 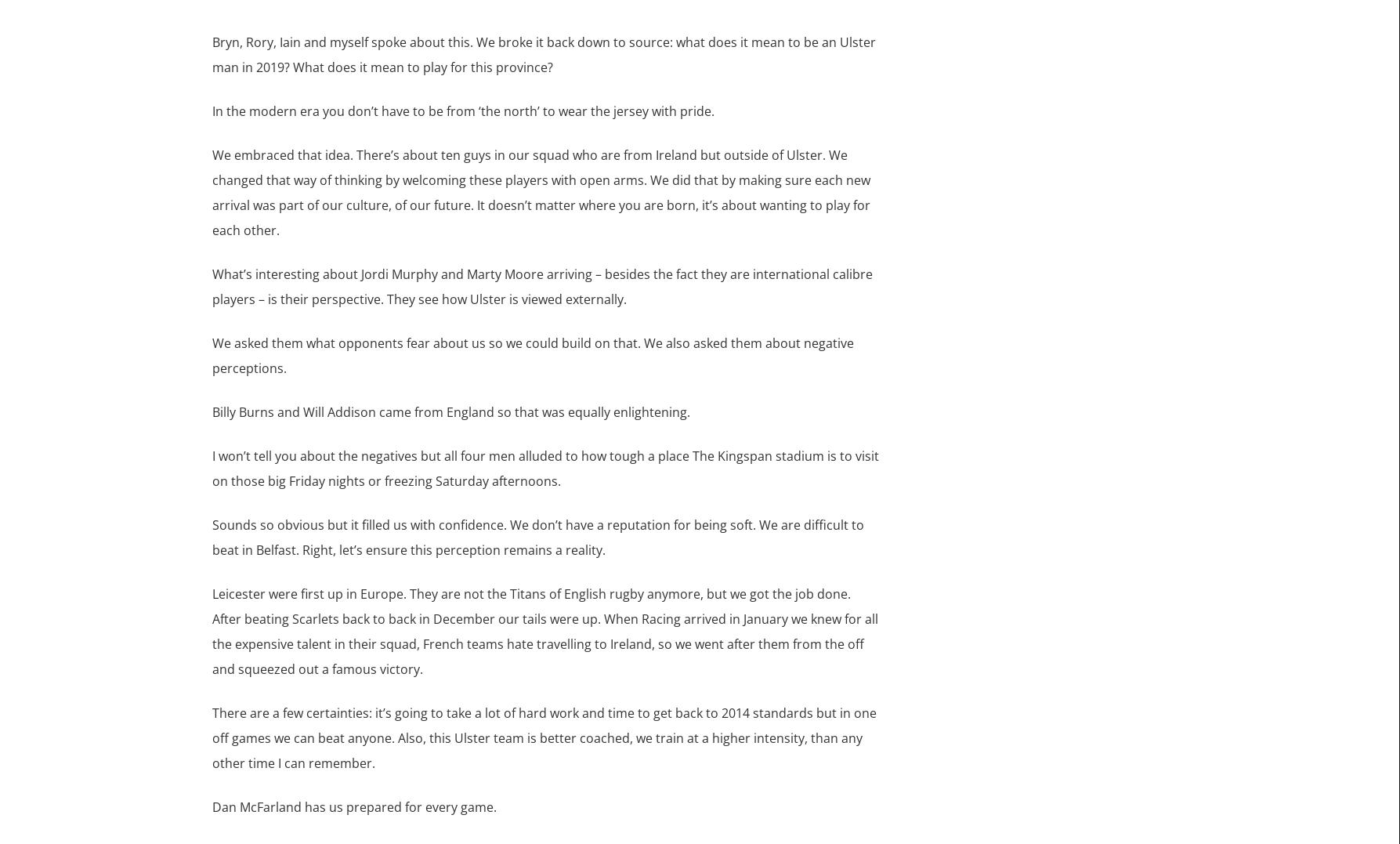 I want to click on 'What’s interesting about Jordi Murphy and Marty Moore arriving – besides the fact they are international calibre players – is their perspective. They see how Ulster is viewed externally.', so click(x=541, y=284).